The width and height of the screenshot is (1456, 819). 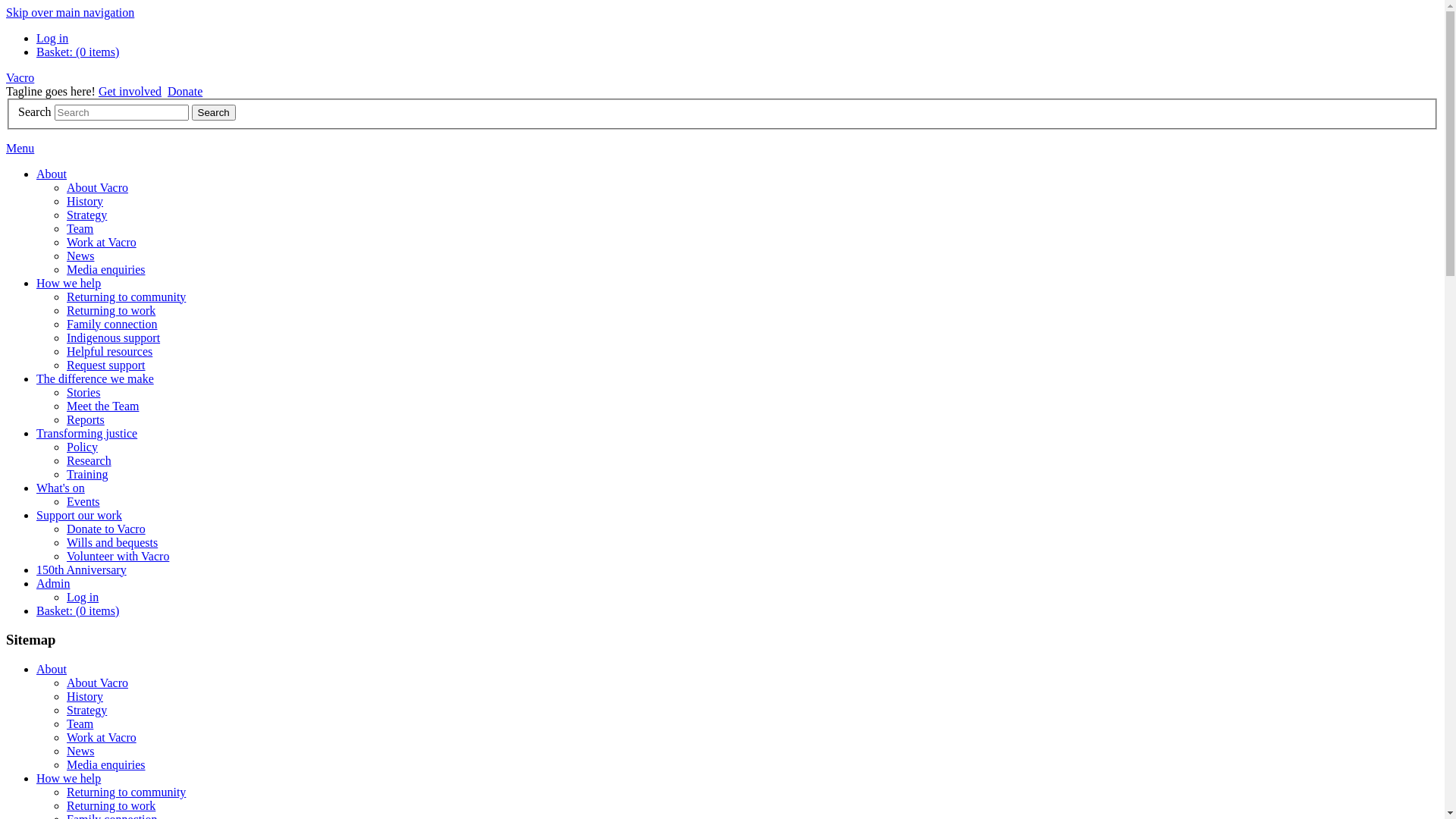 I want to click on 'Strategy', so click(x=65, y=215).